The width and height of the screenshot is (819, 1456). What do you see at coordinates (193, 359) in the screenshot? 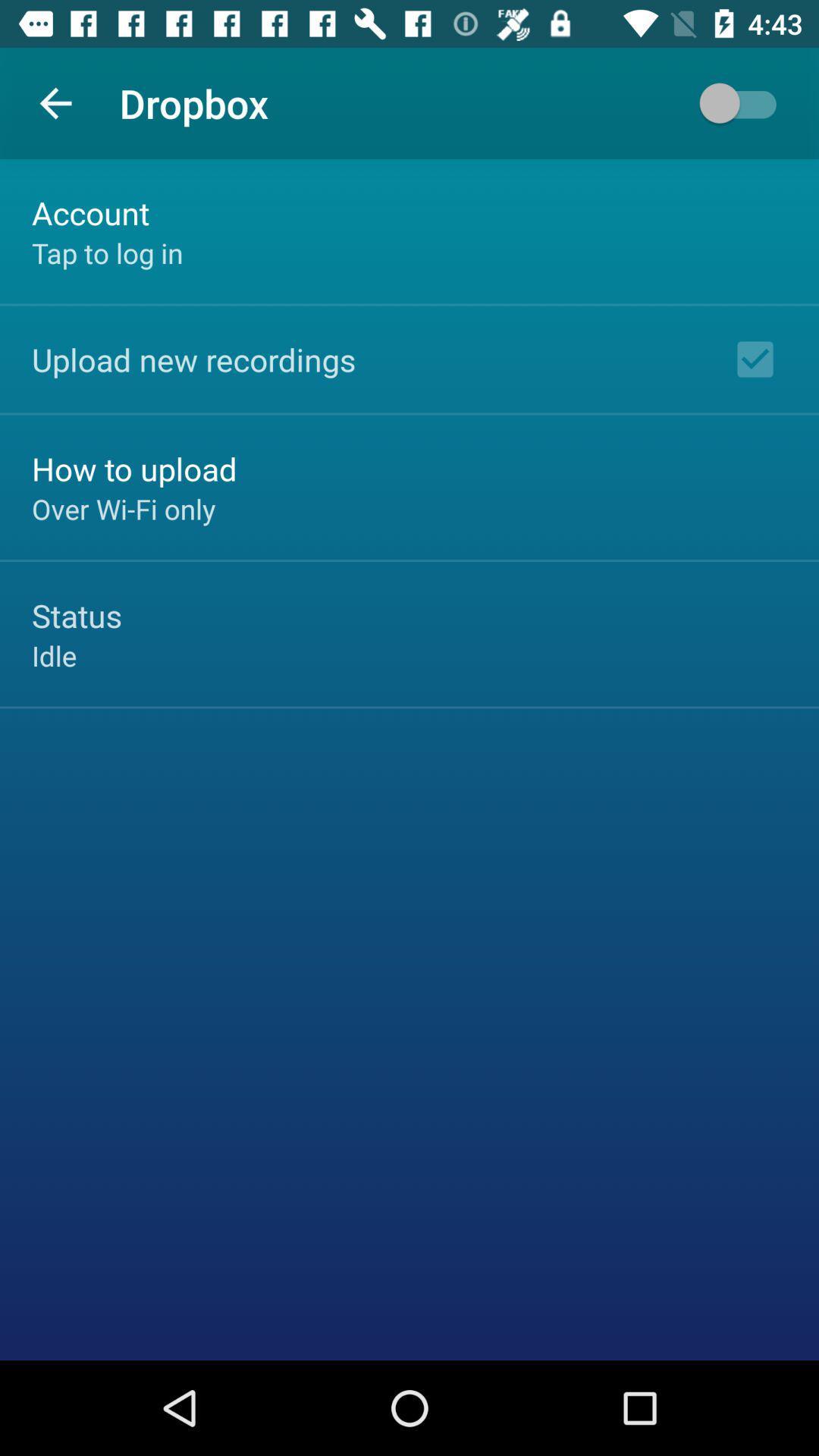
I see `item below the tap to log` at bounding box center [193, 359].